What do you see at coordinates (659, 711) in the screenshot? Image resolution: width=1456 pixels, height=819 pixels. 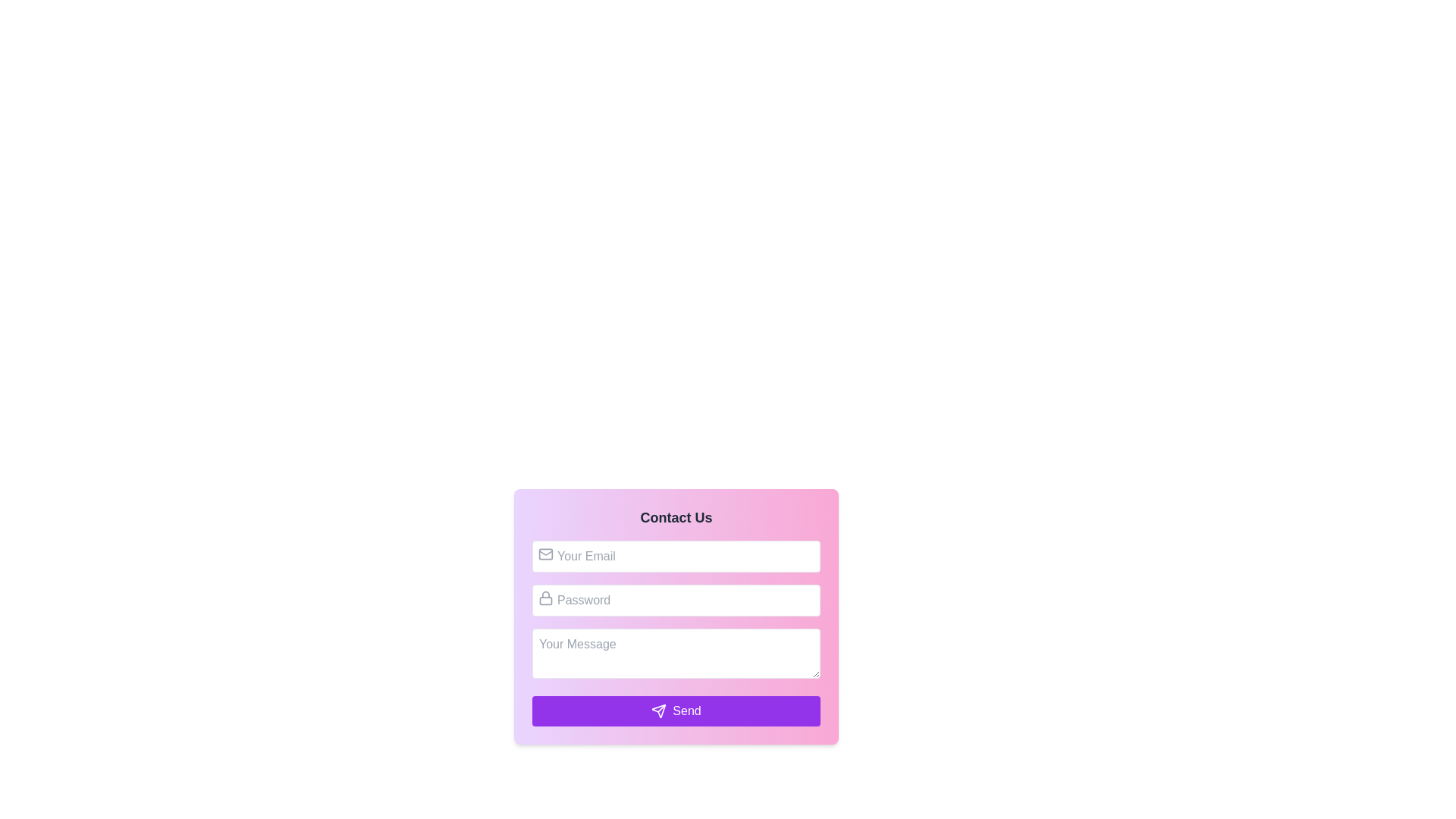 I see `the decorative icon located inside the purple 'Send' button at the bottom of the form to initiate the sending action` at bounding box center [659, 711].